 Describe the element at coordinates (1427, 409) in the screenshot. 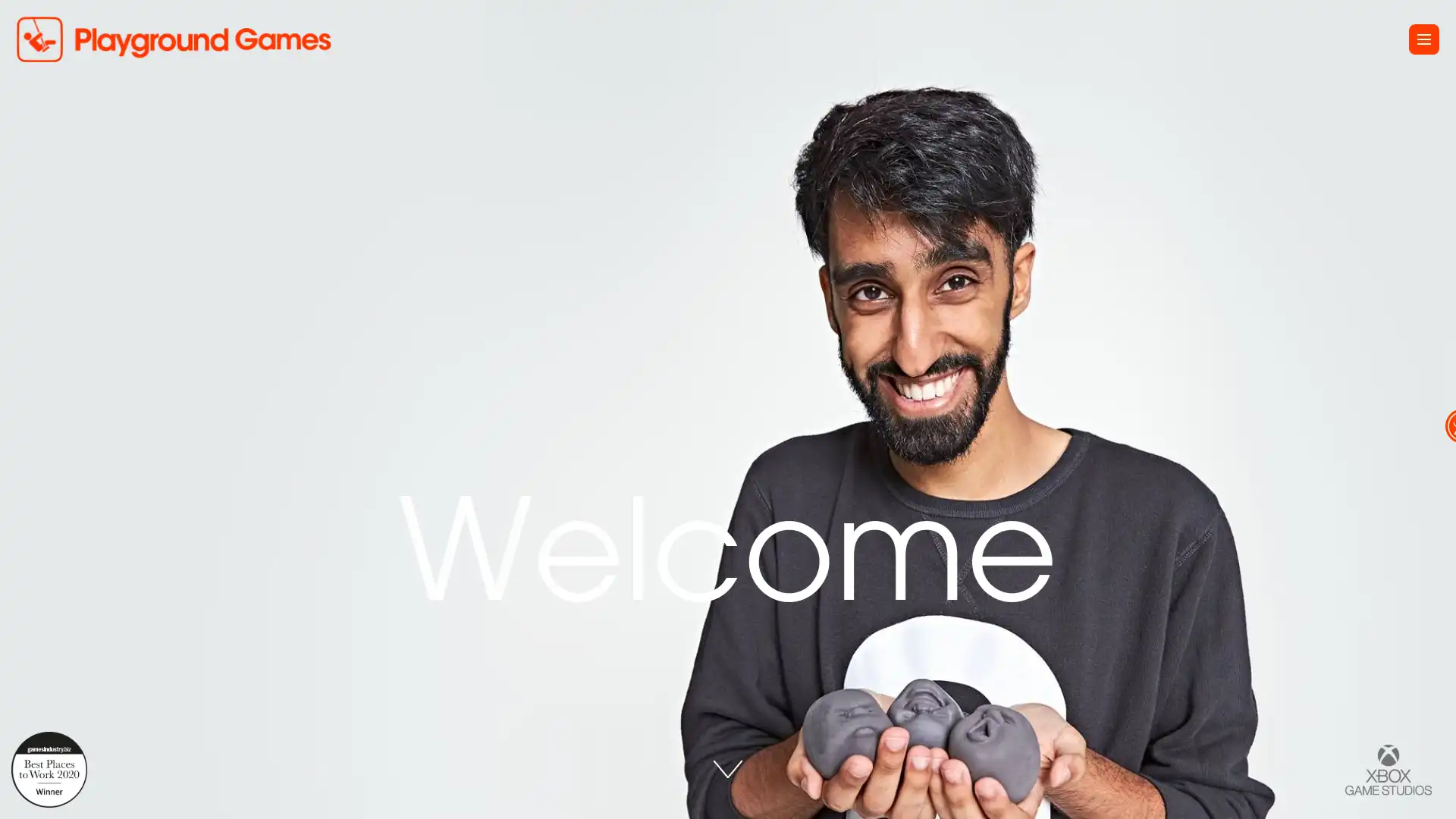

I see `Accessibility Menu` at that location.